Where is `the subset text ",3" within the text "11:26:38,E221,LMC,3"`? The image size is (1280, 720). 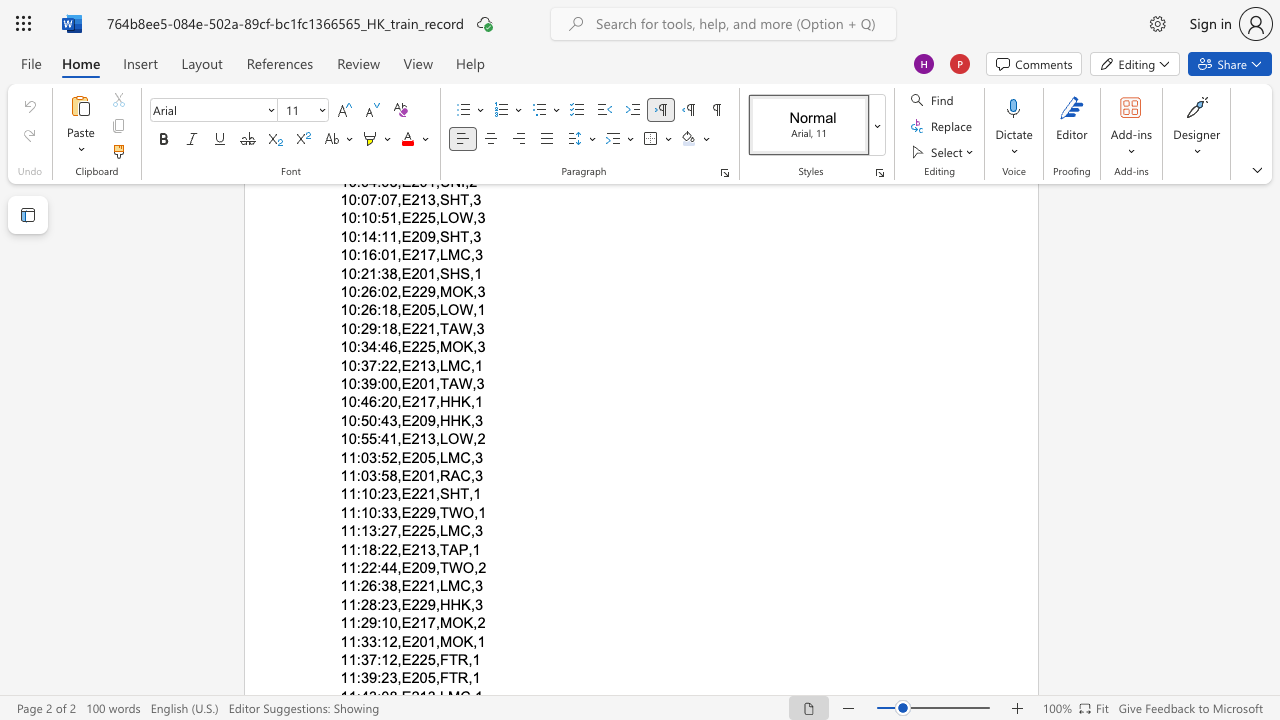
the subset text ",3" within the text "11:26:38,E221,LMC,3" is located at coordinates (469, 585).